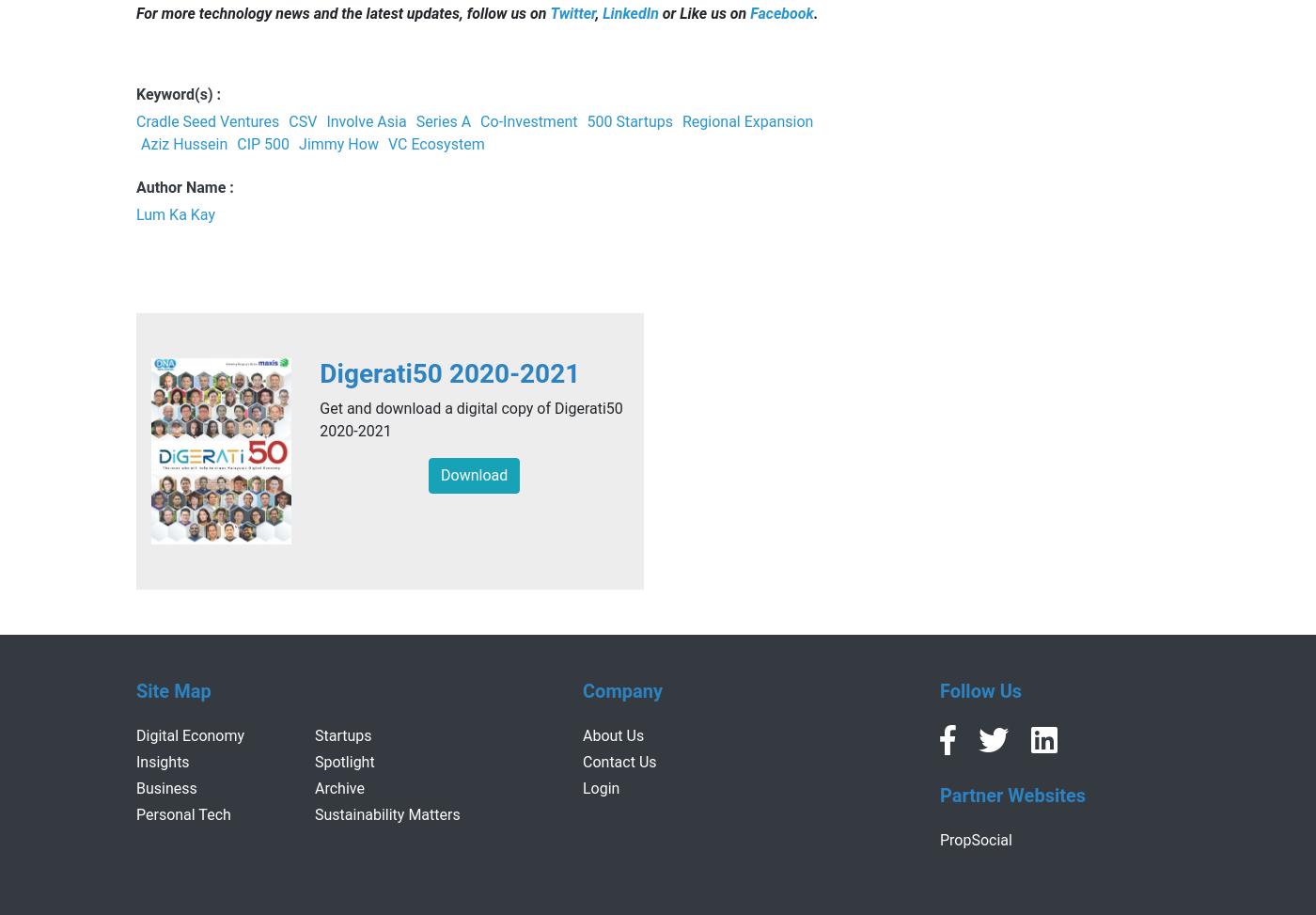  I want to click on 'PropSocial', so click(975, 839).